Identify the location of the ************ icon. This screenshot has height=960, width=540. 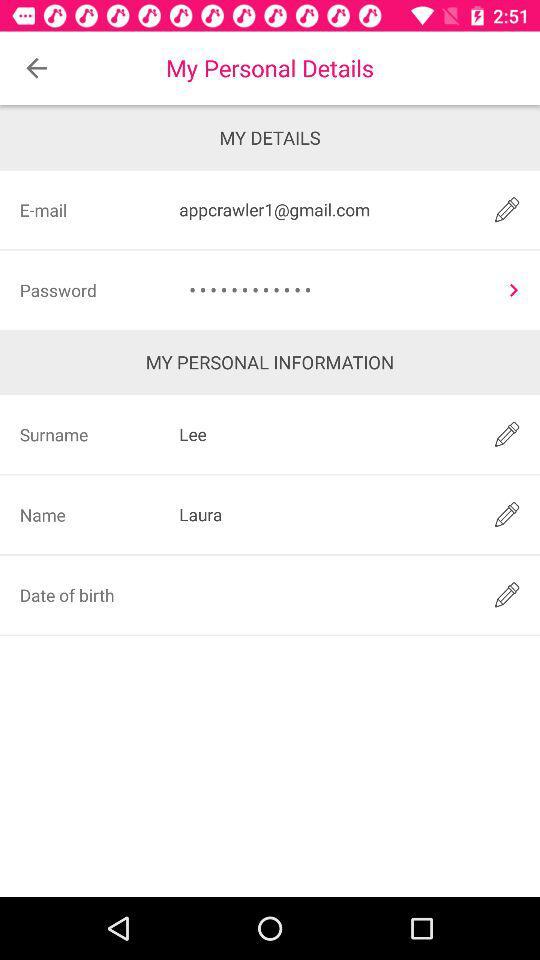
(334, 289).